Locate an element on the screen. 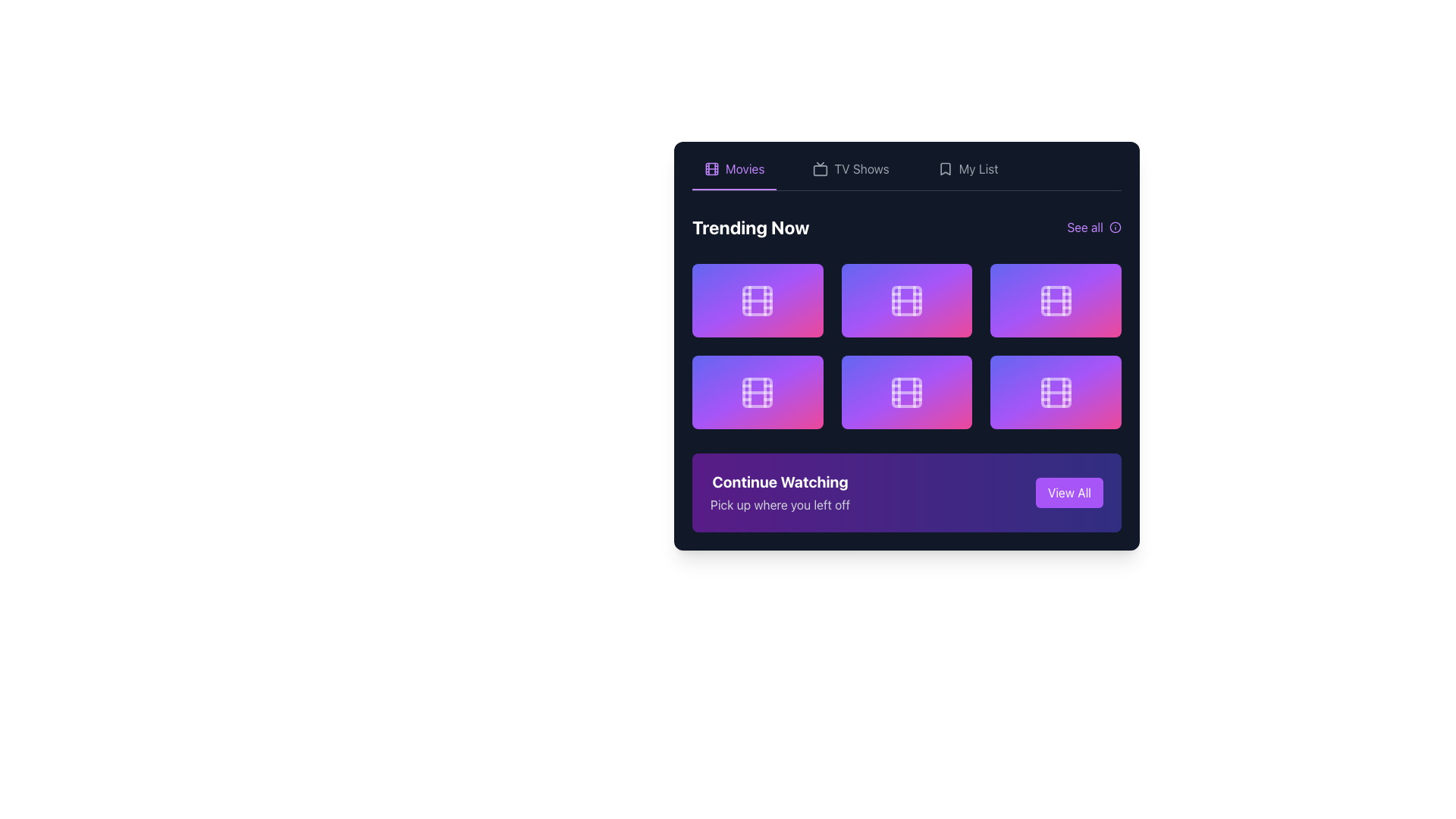  the active 'Movies' tab in the Navigation Tab Bar is located at coordinates (906, 174).